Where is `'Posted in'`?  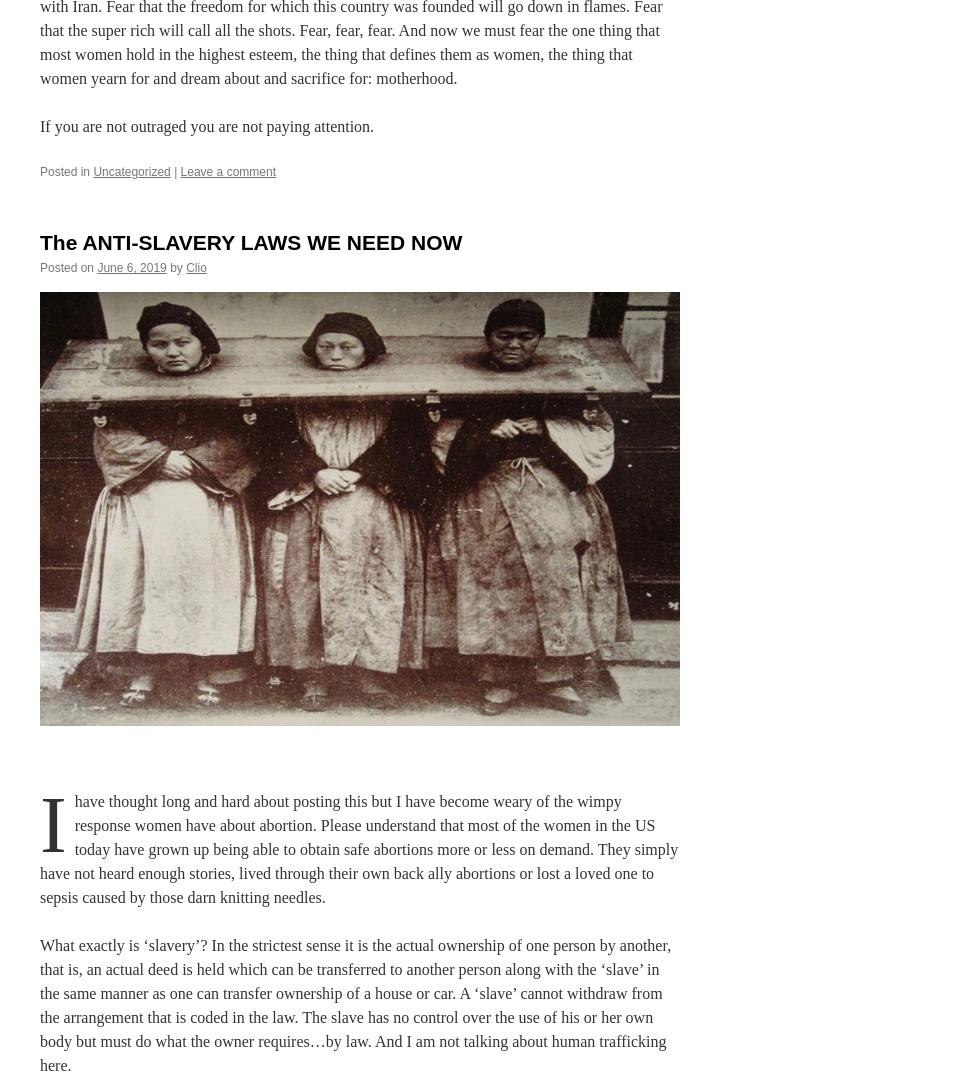 'Posted in' is located at coordinates (64, 170).